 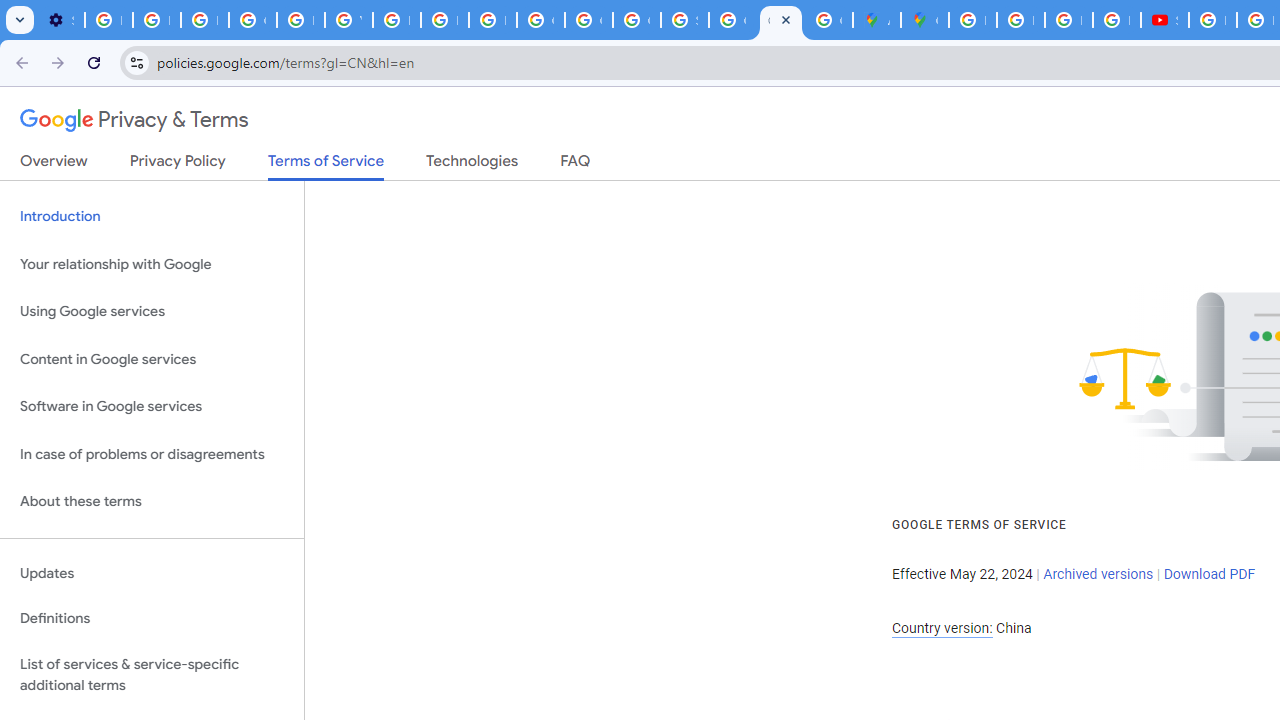 What do you see at coordinates (151, 312) in the screenshot?
I see `'Using Google services'` at bounding box center [151, 312].